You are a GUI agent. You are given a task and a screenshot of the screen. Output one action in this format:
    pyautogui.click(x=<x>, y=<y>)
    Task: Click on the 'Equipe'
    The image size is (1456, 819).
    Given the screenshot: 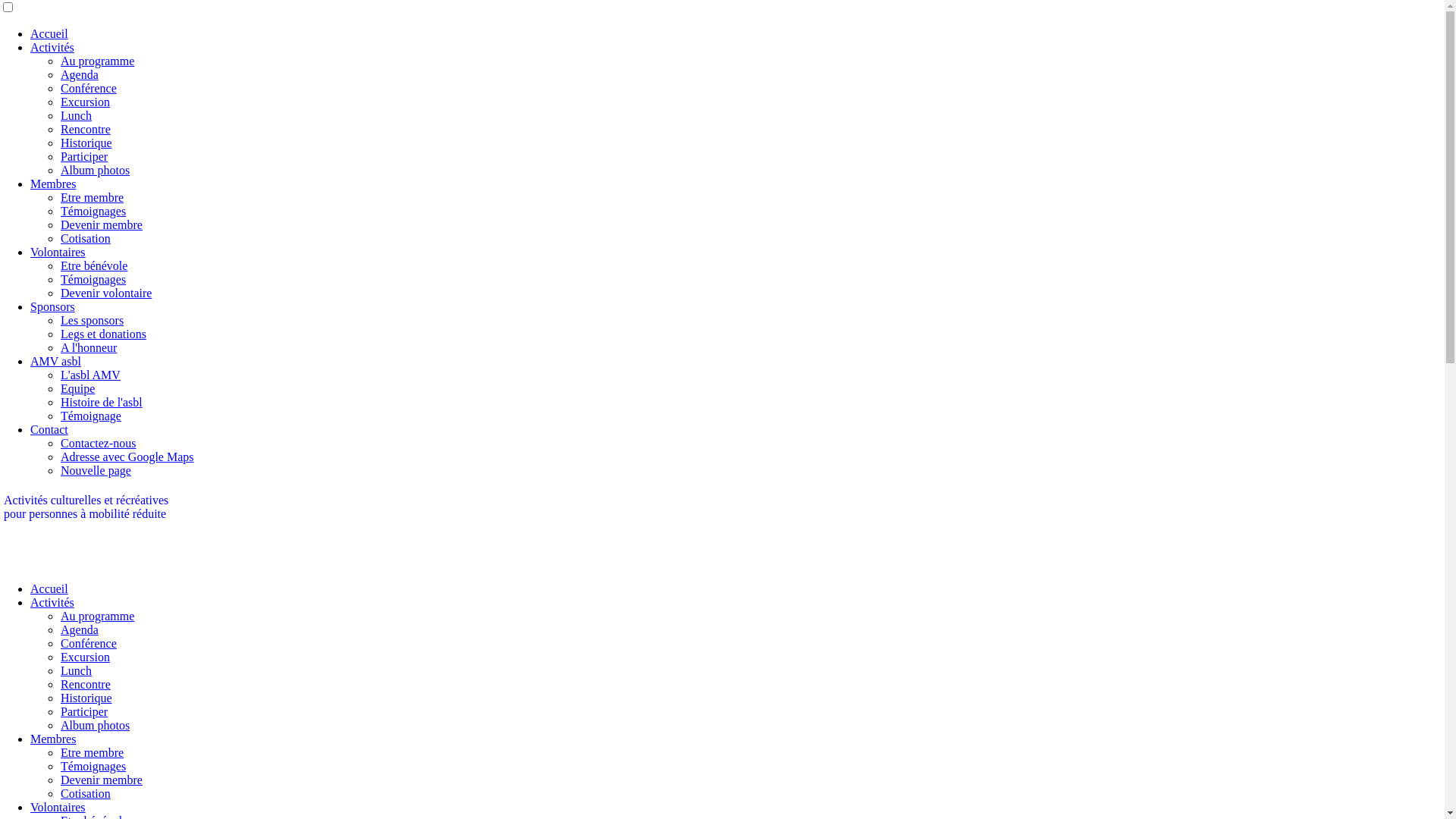 What is the action you would take?
    pyautogui.click(x=77, y=388)
    